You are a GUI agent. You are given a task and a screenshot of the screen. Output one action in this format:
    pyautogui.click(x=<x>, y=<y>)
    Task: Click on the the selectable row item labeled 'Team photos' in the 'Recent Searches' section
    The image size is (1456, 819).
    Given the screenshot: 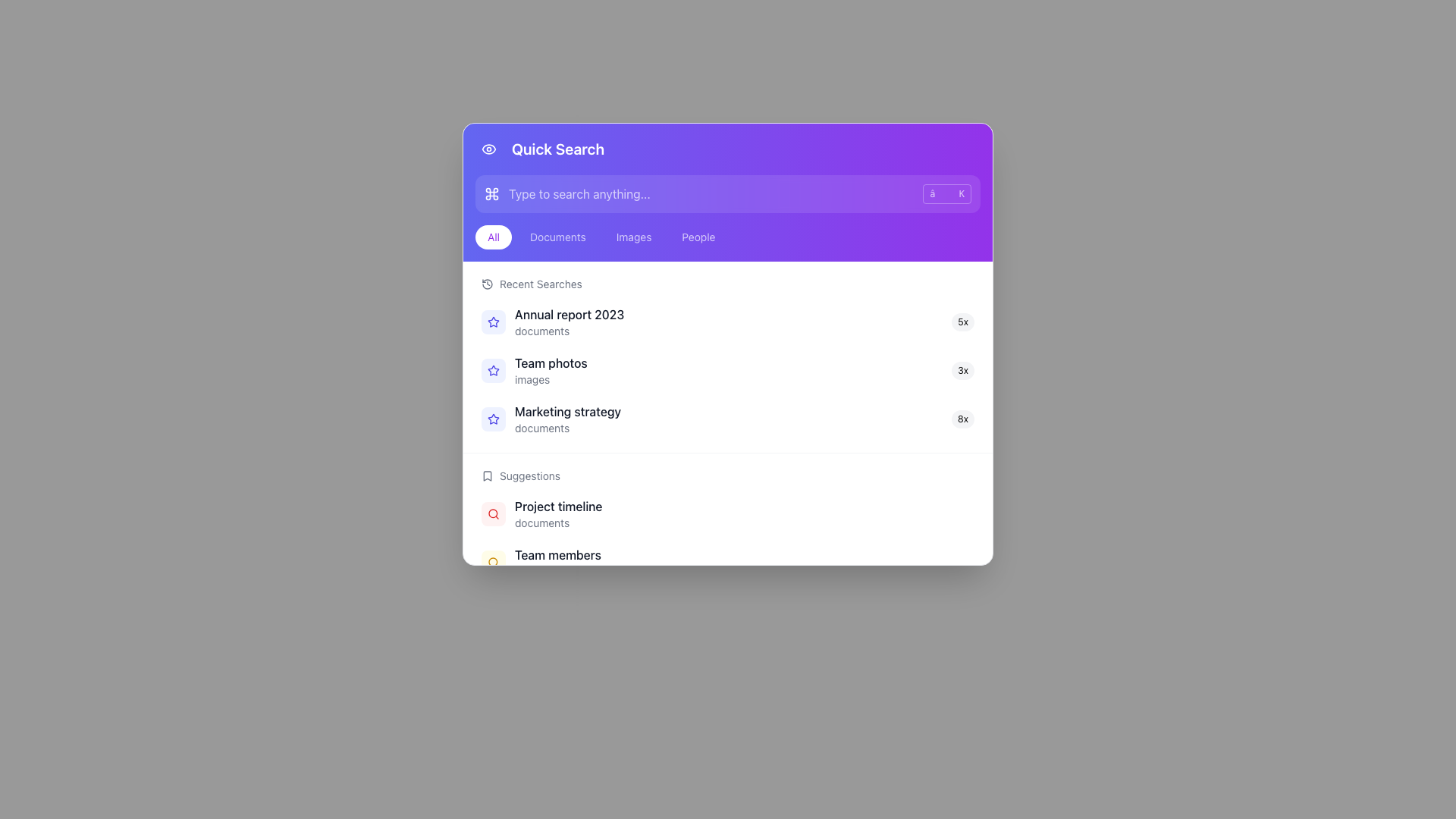 What is the action you would take?
    pyautogui.click(x=728, y=371)
    